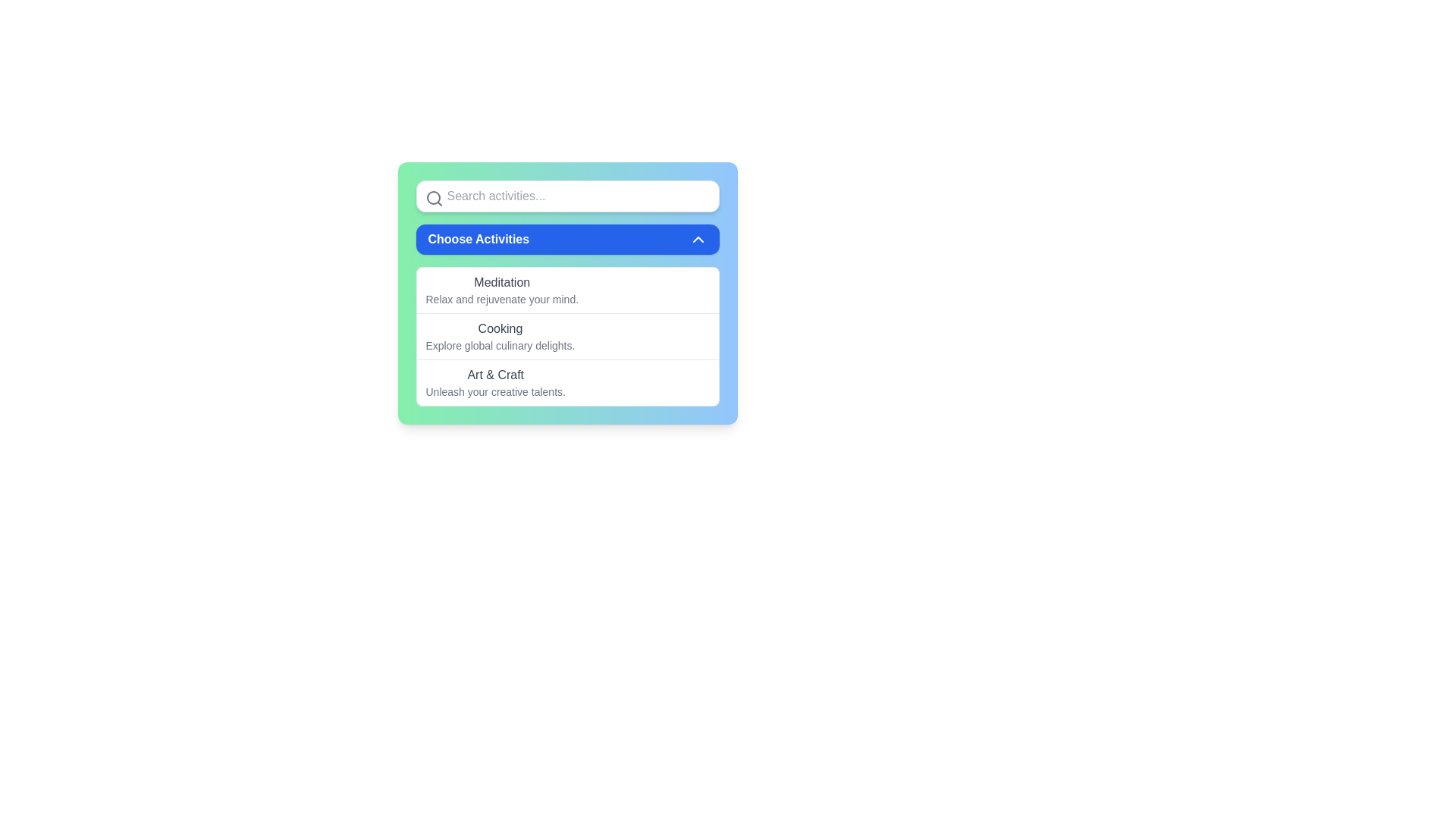  I want to click on the dropdown option titled 'Meditation', so click(566, 290).